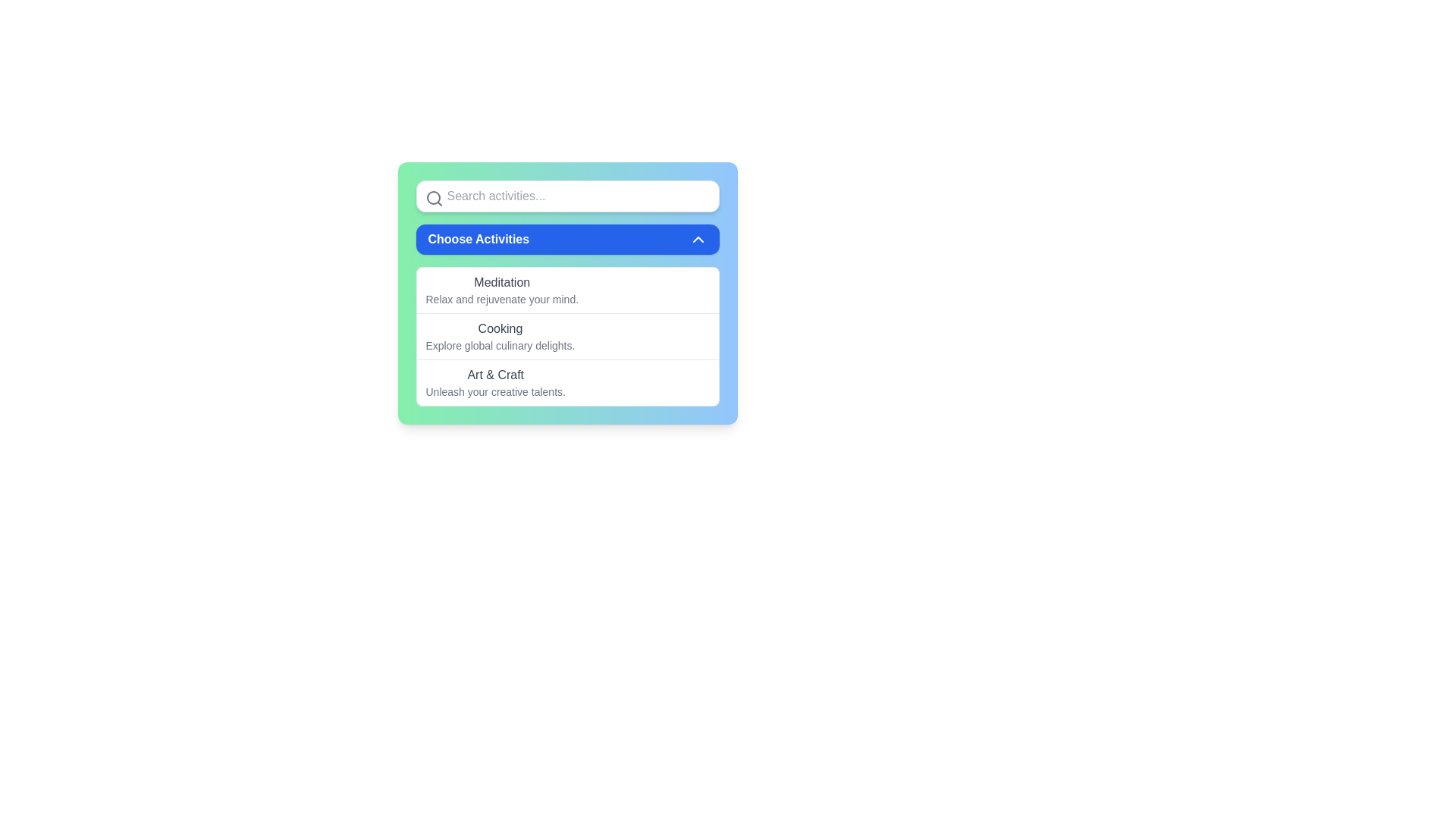  I want to click on the dropdown option titled 'Meditation', so click(566, 290).